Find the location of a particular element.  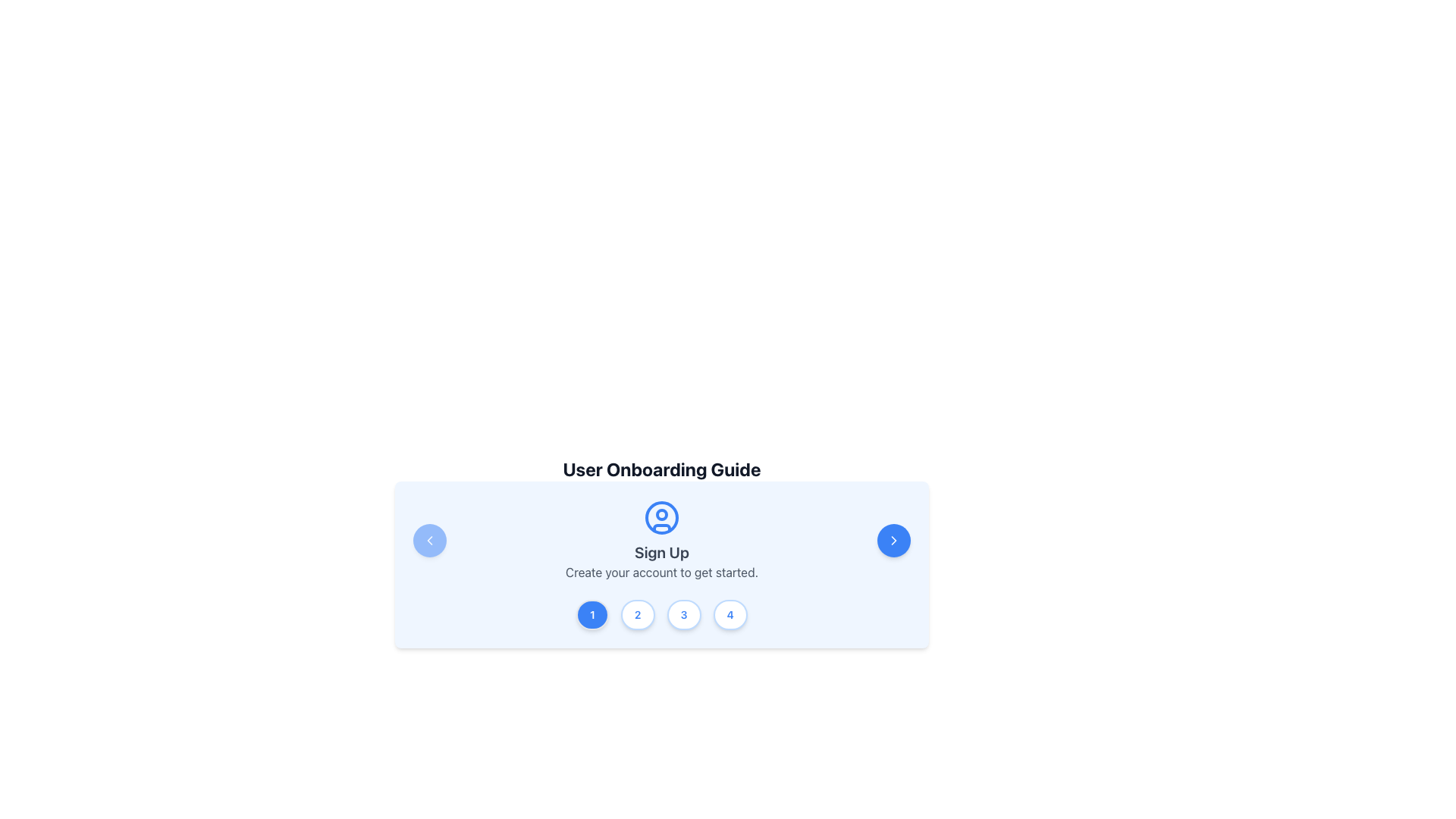

the leftward chevron icon for navigation to the previous step on the User Onboarding Guide panel is located at coordinates (428, 540).